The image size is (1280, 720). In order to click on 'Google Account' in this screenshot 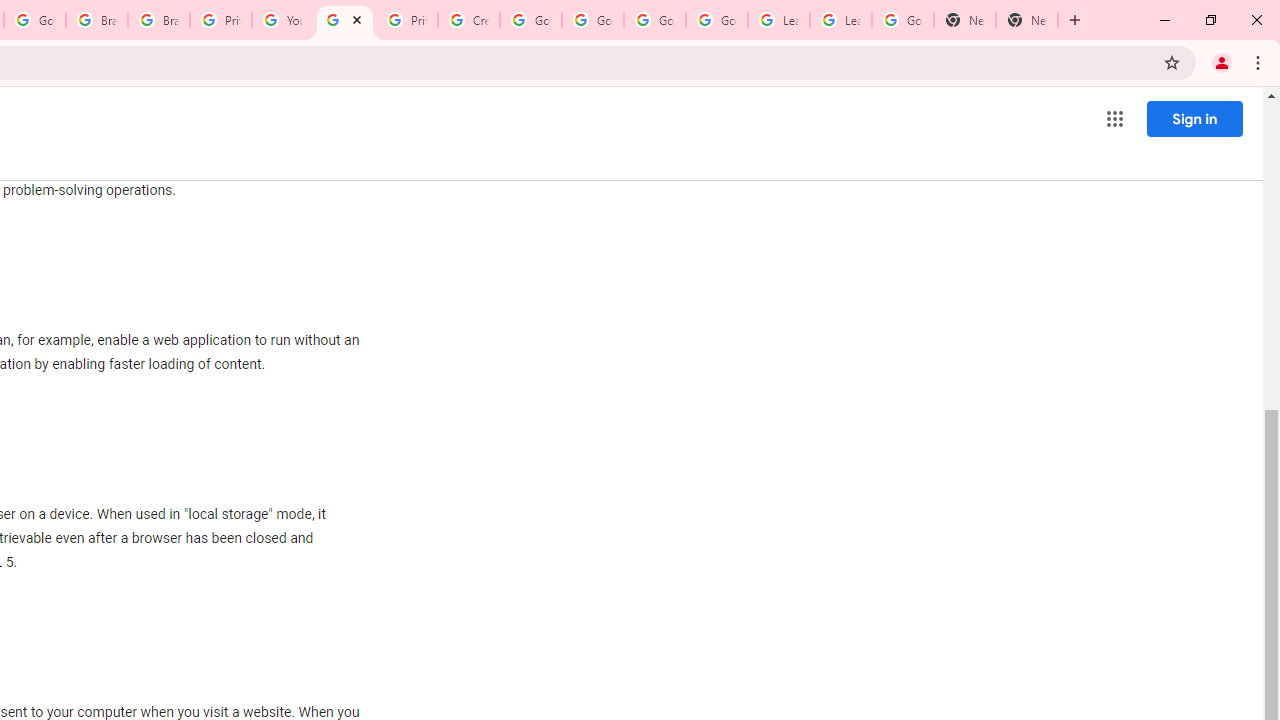, I will do `click(902, 20)`.